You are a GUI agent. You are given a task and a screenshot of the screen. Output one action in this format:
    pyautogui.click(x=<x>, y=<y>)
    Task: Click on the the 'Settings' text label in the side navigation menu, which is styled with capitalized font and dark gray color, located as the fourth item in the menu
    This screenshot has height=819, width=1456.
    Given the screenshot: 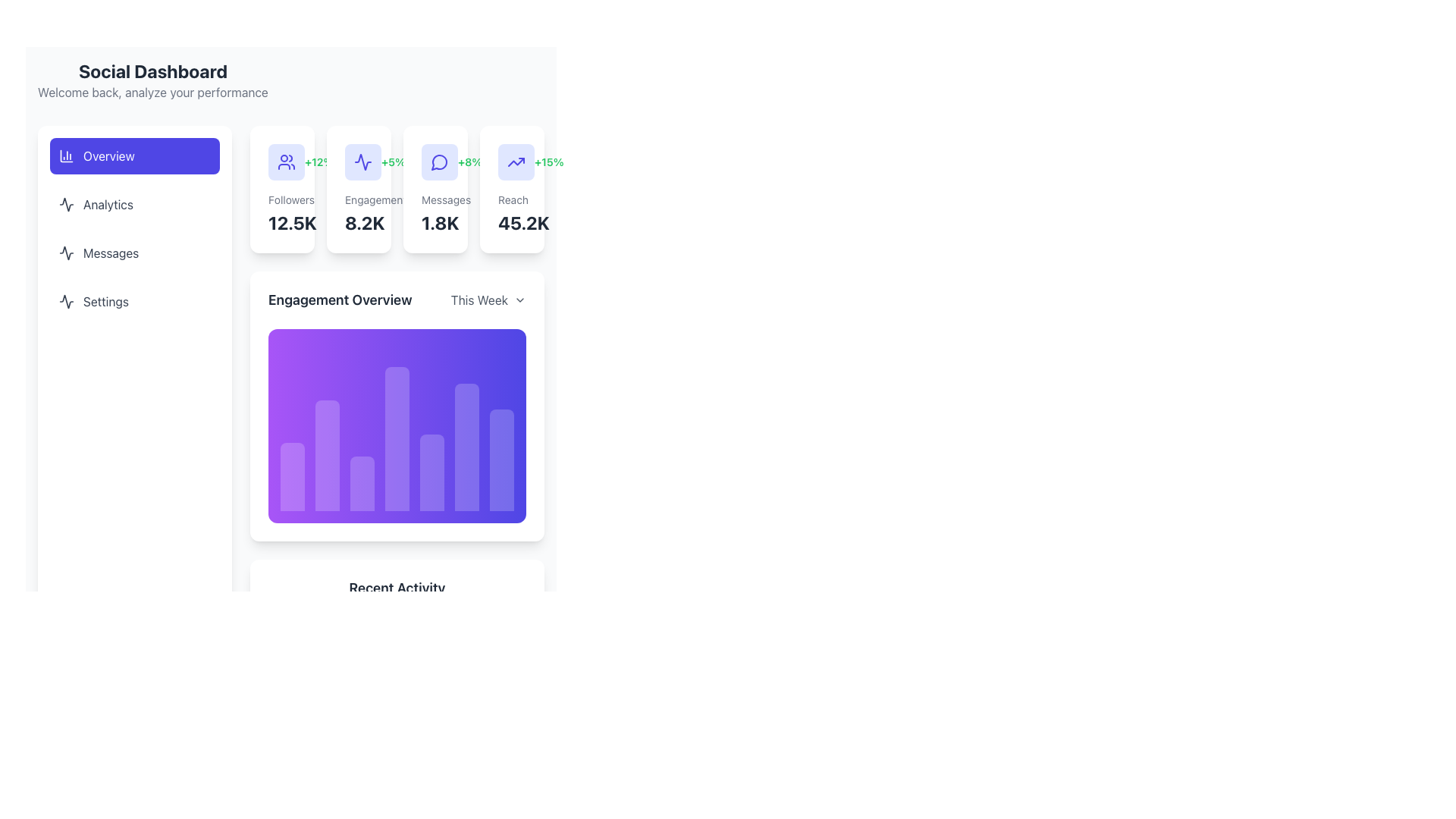 What is the action you would take?
    pyautogui.click(x=105, y=301)
    